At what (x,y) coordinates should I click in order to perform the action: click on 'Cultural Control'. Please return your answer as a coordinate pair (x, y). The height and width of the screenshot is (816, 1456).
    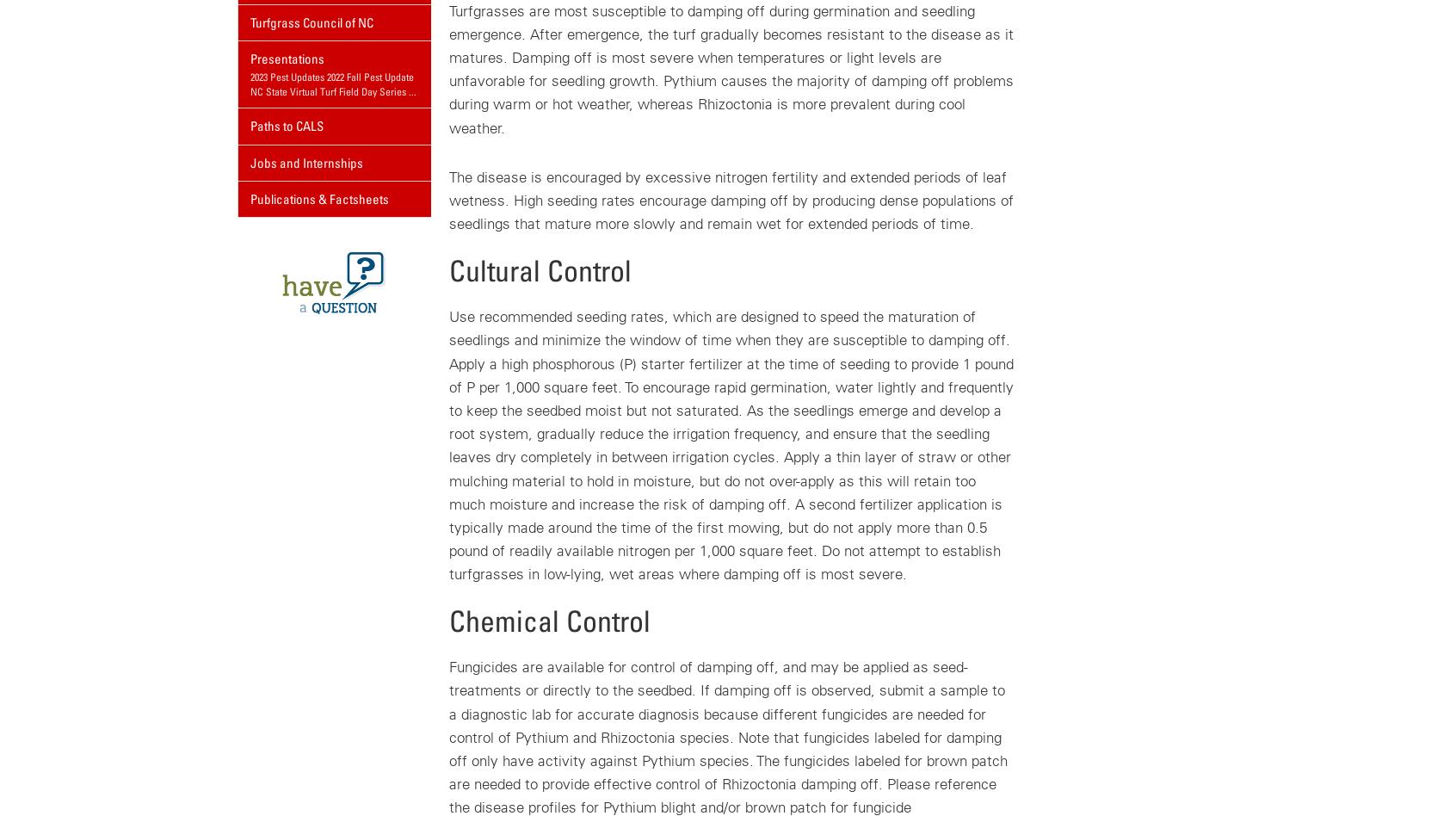
    Looking at the image, I should click on (539, 269).